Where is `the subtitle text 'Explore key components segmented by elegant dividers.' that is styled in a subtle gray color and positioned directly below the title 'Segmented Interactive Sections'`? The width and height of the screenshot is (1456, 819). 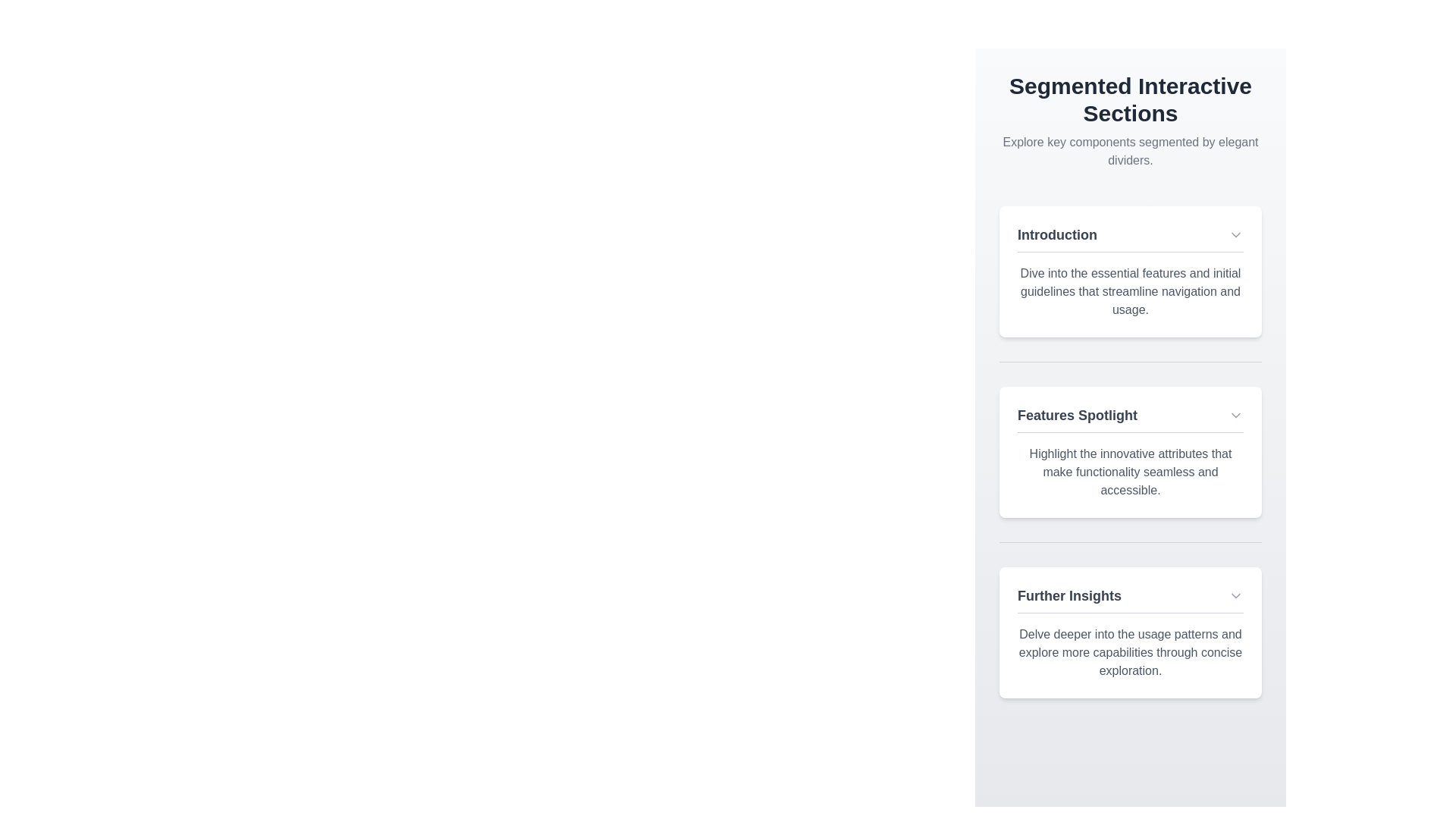
the subtitle text 'Explore key components segmented by elegant dividers.' that is styled in a subtle gray color and positioned directly below the title 'Segmented Interactive Sections' is located at coordinates (1131, 152).